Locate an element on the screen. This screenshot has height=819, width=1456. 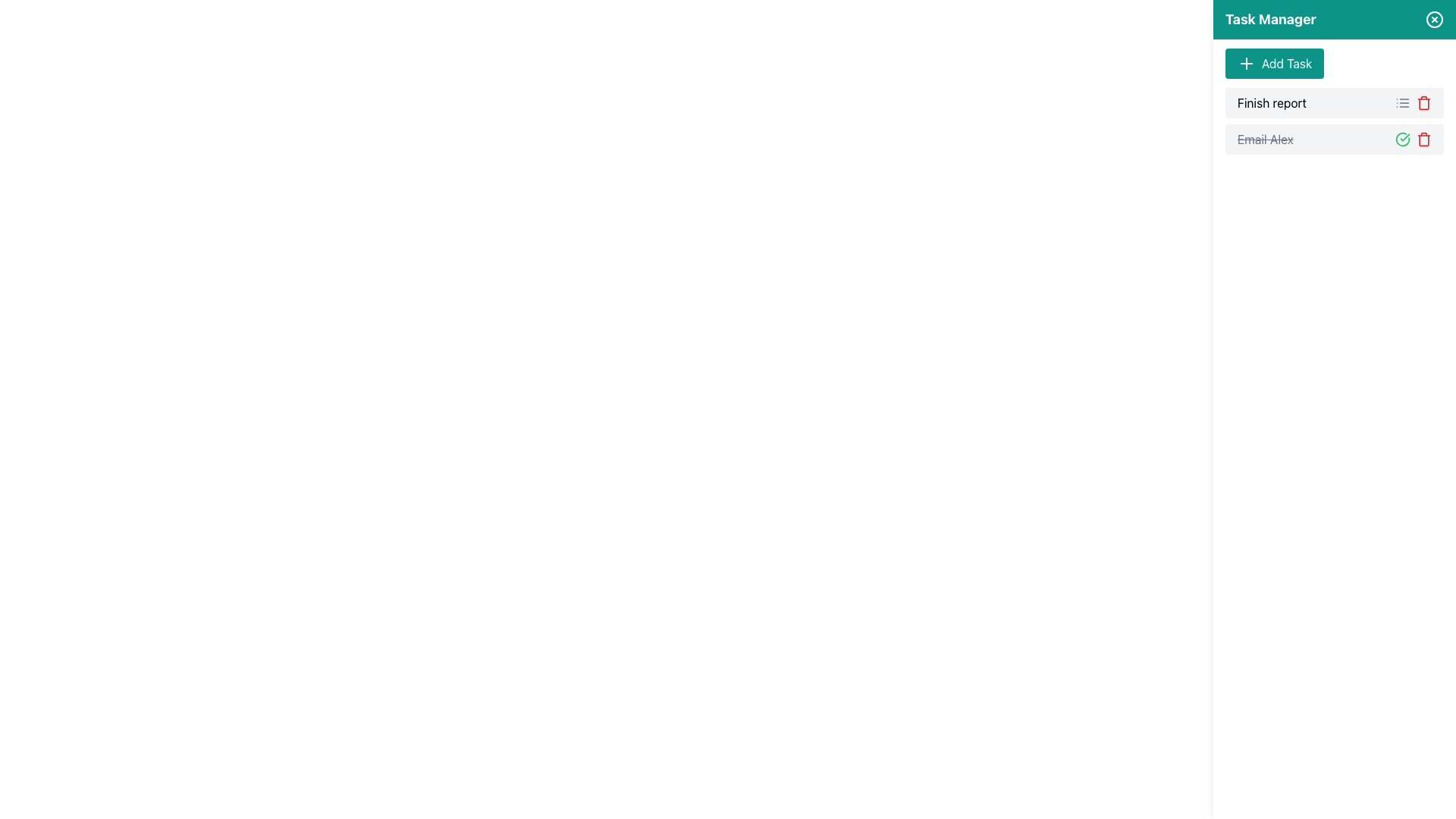
the close button located on the far right side of the header bar is located at coordinates (1433, 20).